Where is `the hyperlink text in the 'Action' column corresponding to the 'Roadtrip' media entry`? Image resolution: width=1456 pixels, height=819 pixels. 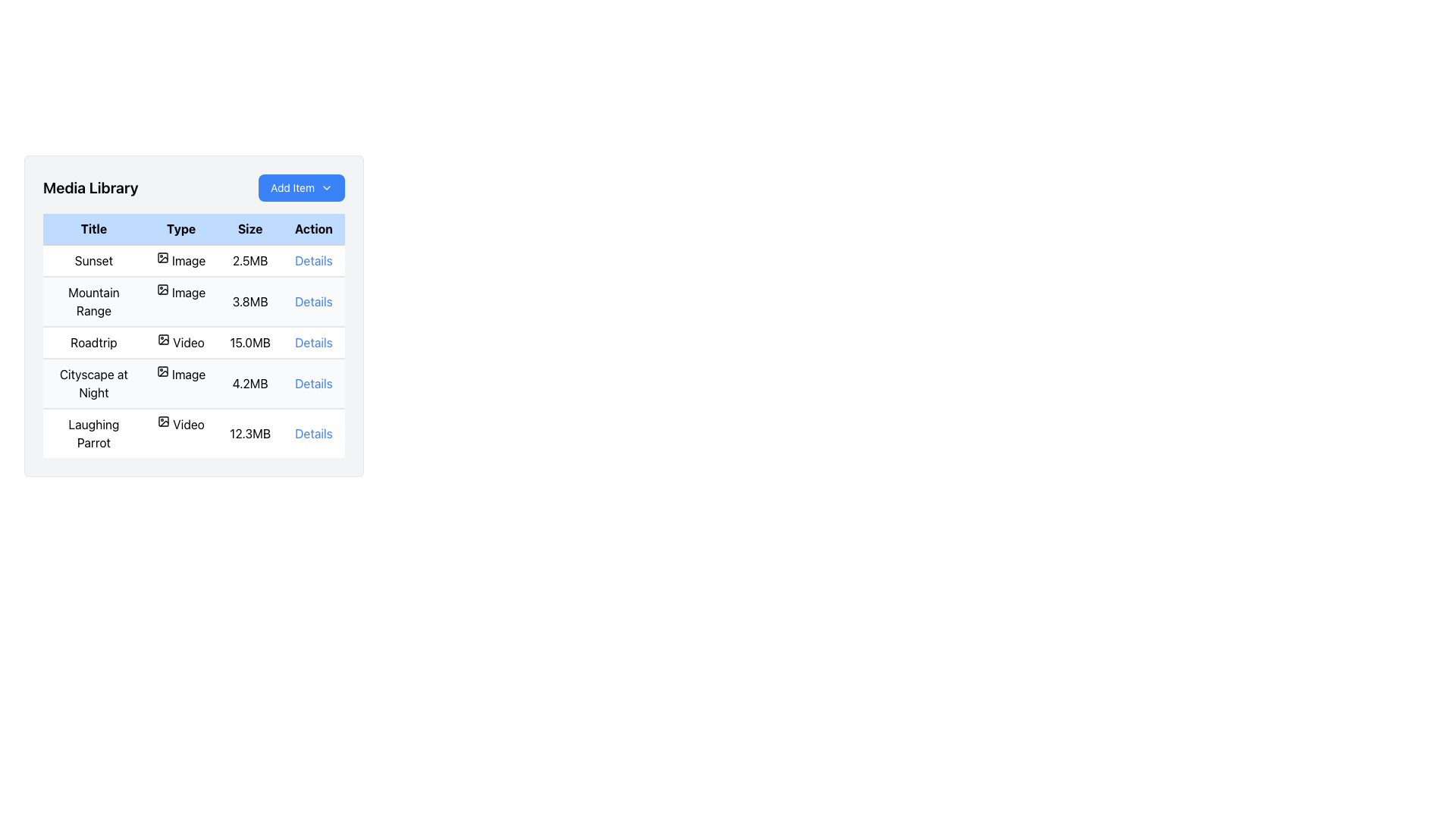
the hyperlink text in the 'Action' column corresponding to the 'Roadtrip' media entry is located at coordinates (312, 342).